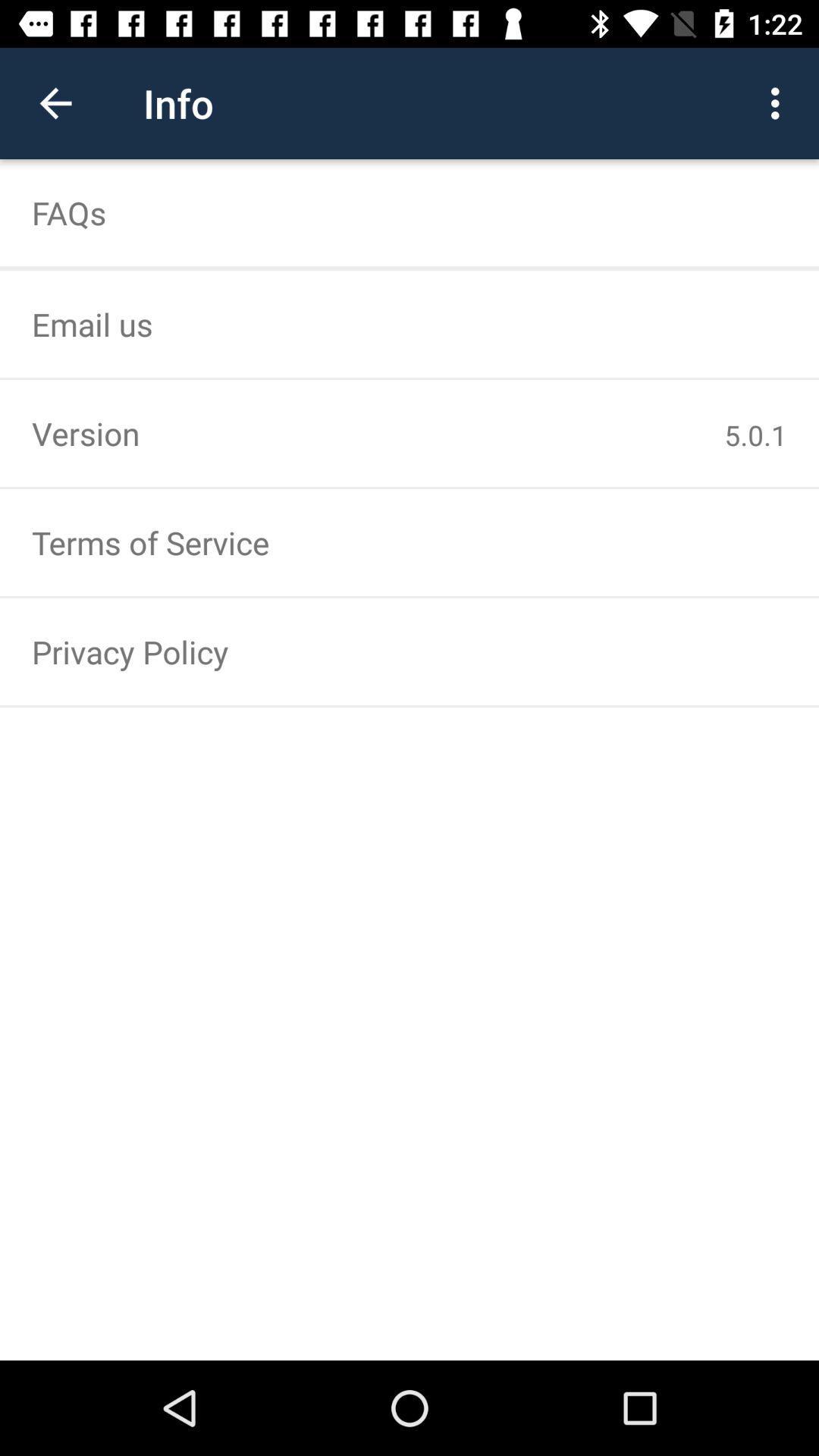 This screenshot has height=1456, width=819. What do you see at coordinates (409, 542) in the screenshot?
I see `terms of service icon` at bounding box center [409, 542].